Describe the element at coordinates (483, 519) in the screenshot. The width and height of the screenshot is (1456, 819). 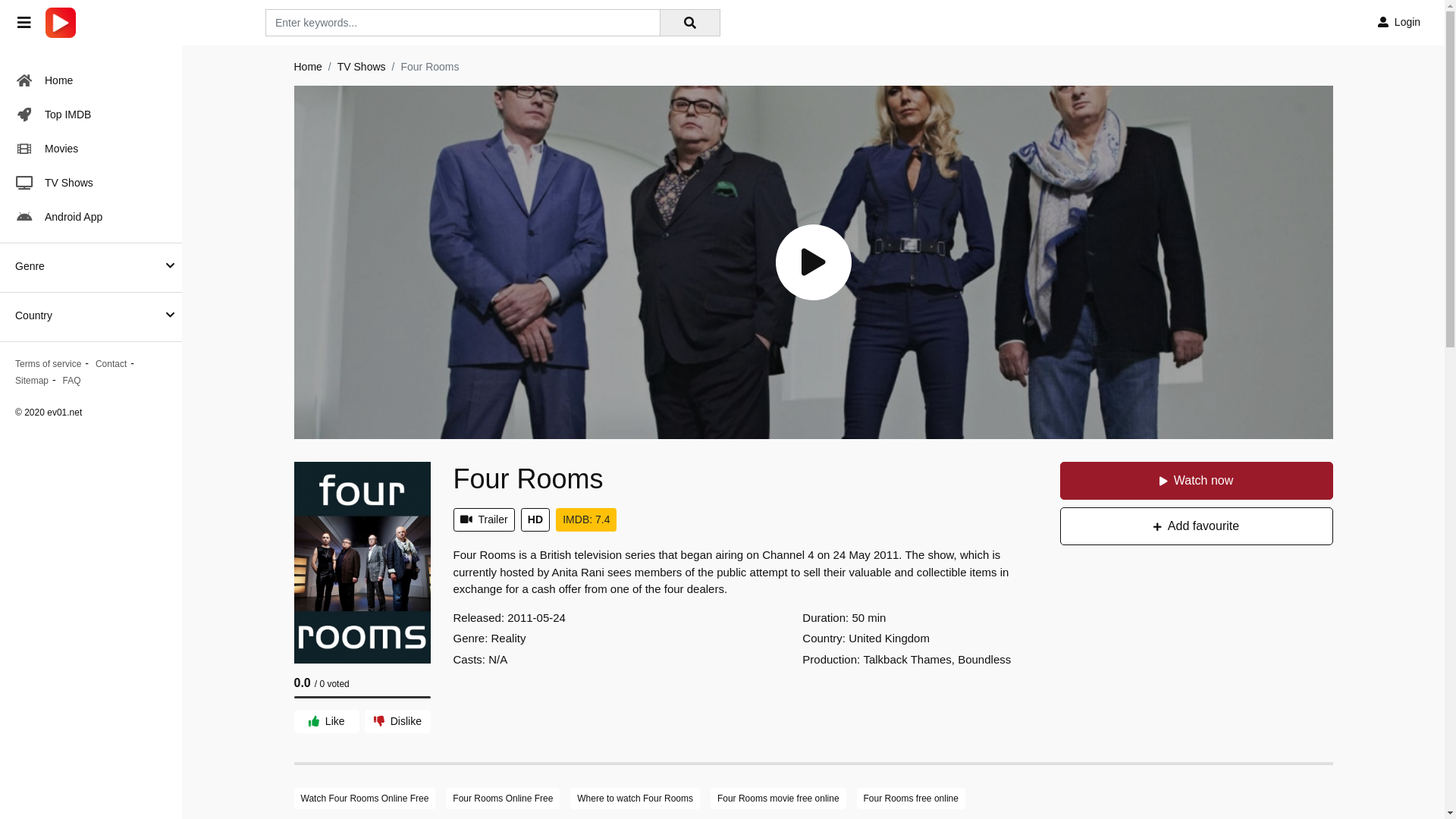
I see `'Trailer'` at that location.